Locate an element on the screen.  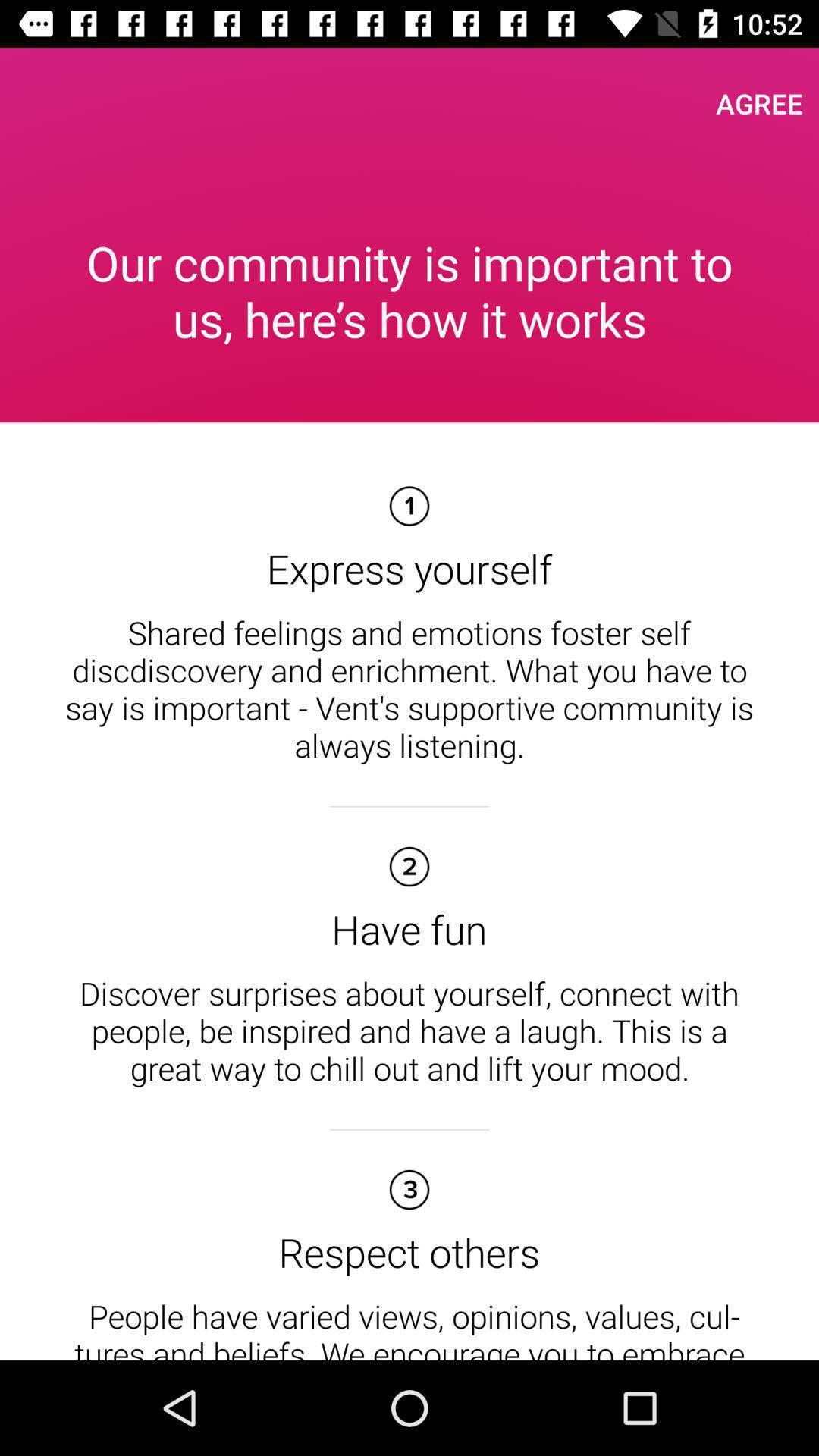
the agree item is located at coordinates (759, 102).